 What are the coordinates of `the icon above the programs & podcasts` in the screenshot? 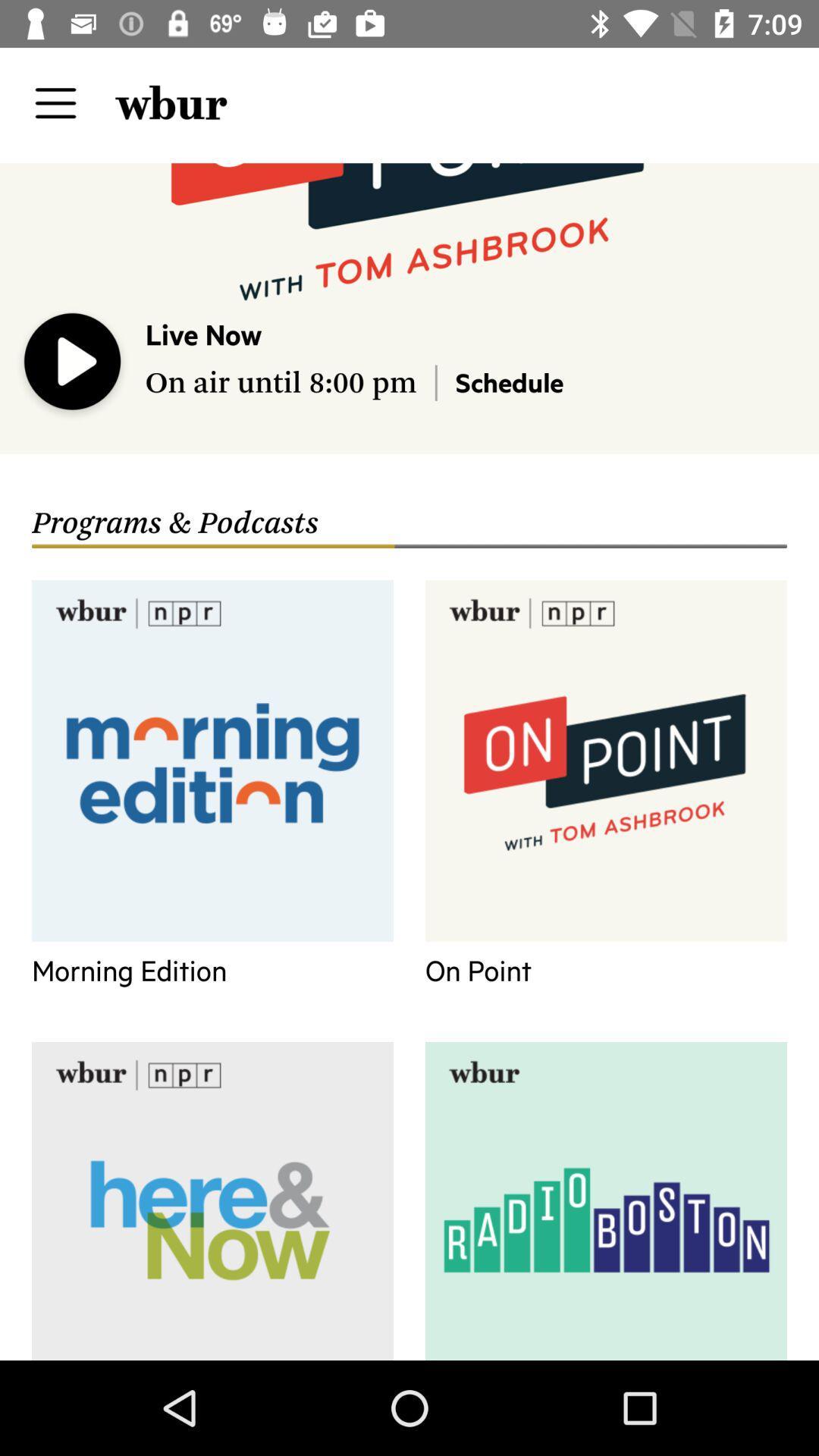 It's located at (73, 365).